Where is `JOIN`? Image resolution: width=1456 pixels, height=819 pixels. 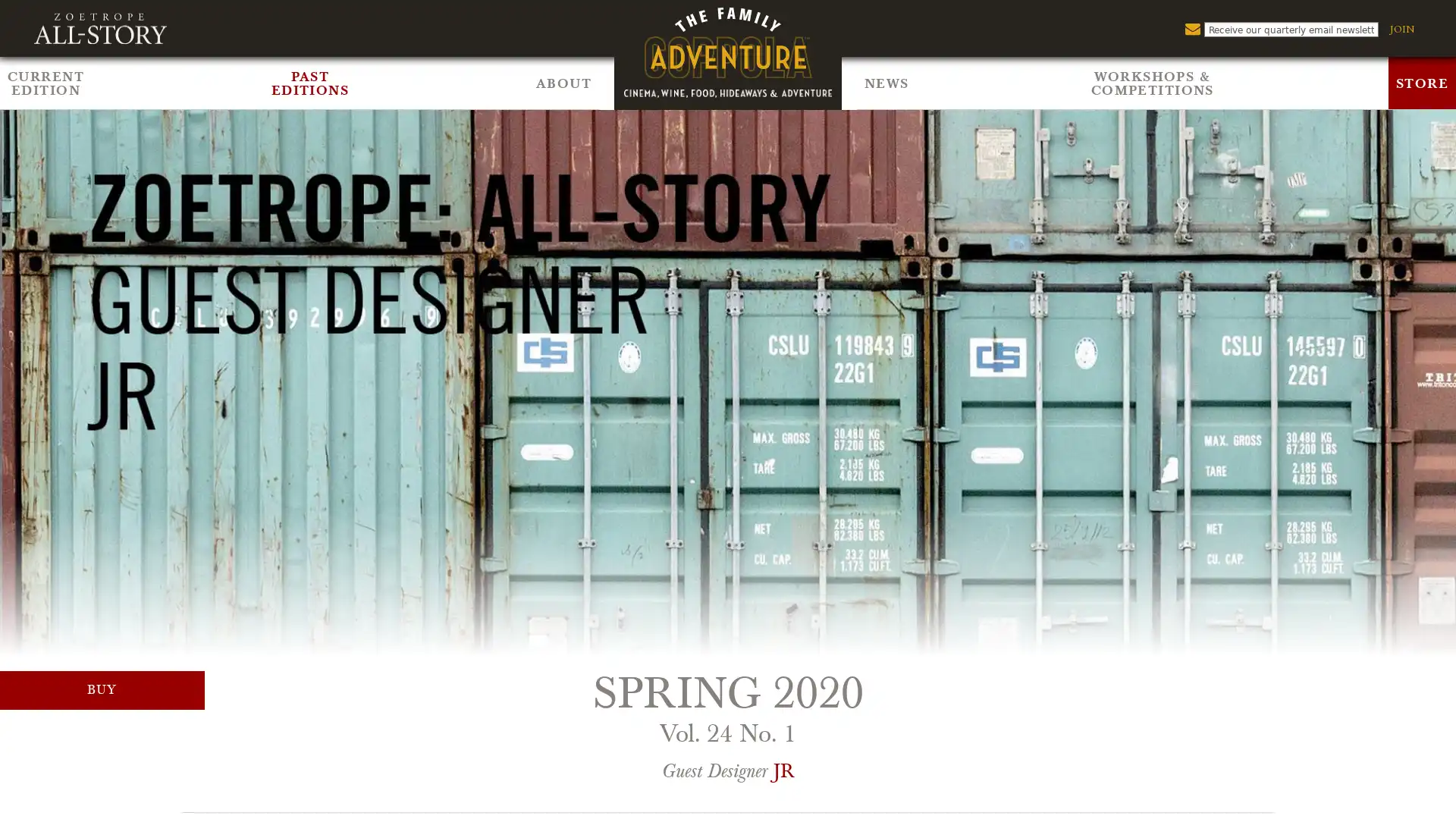 JOIN is located at coordinates (1401, 29).